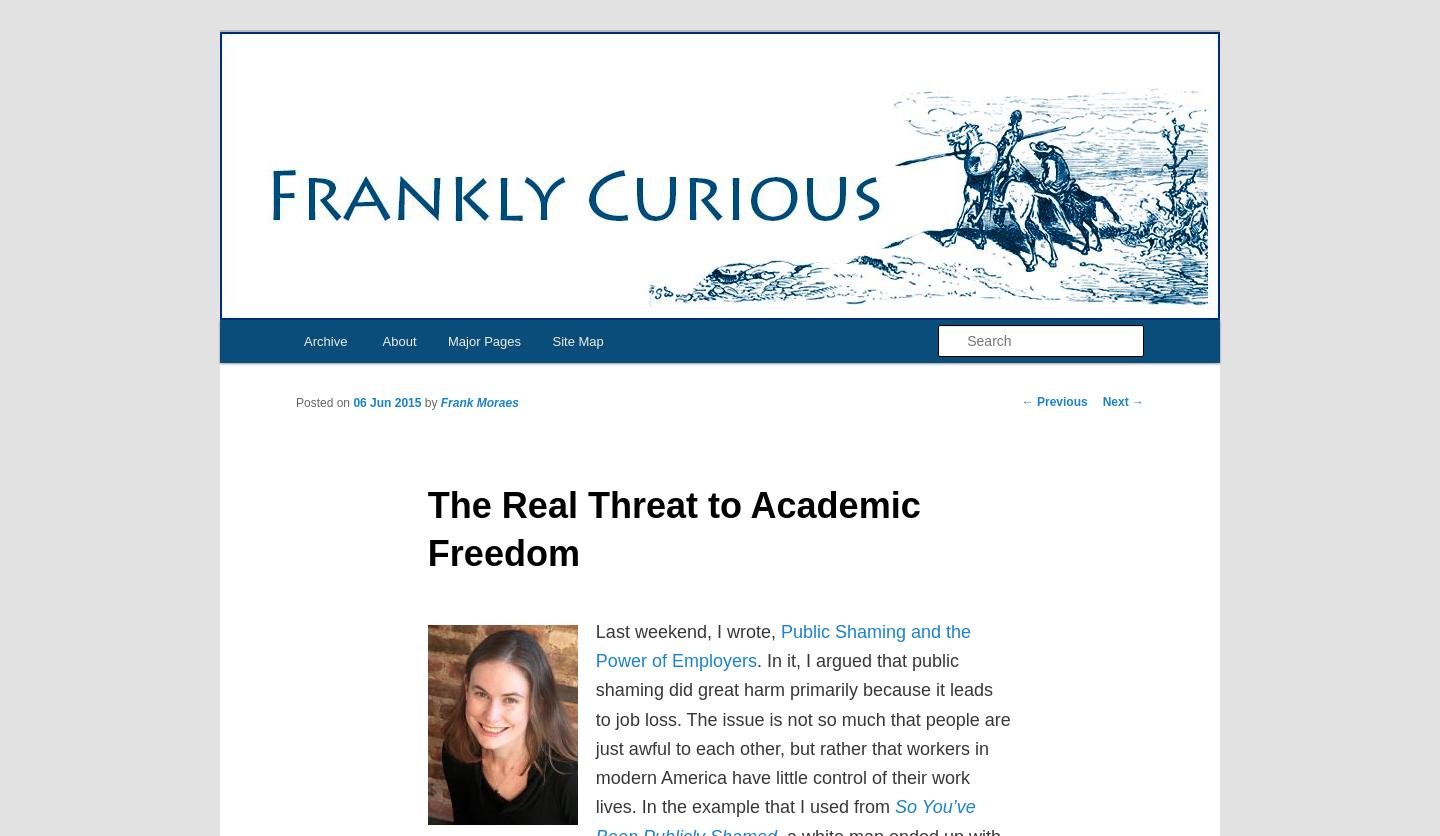 The height and width of the screenshot is (836, 1440). Describe the element at coordinates (352, 401) in the screenshot. I see `'06 Jun 2015'` at that location.